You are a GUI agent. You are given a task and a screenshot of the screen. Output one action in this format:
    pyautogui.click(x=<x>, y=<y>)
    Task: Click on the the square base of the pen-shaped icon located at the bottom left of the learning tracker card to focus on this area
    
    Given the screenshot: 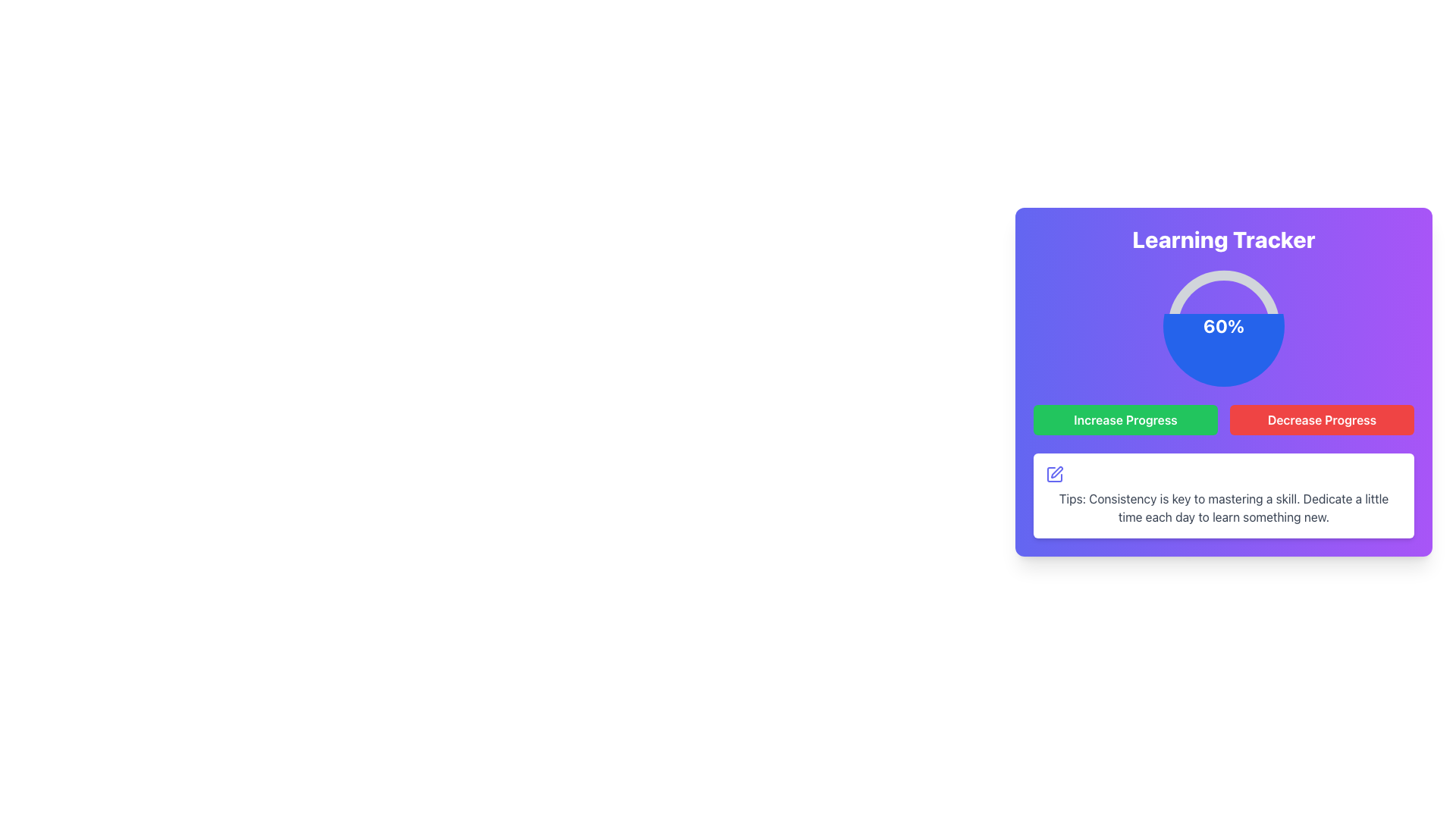 What is the action you would take?
    pyautogui.click(x=1054, y=473)
    